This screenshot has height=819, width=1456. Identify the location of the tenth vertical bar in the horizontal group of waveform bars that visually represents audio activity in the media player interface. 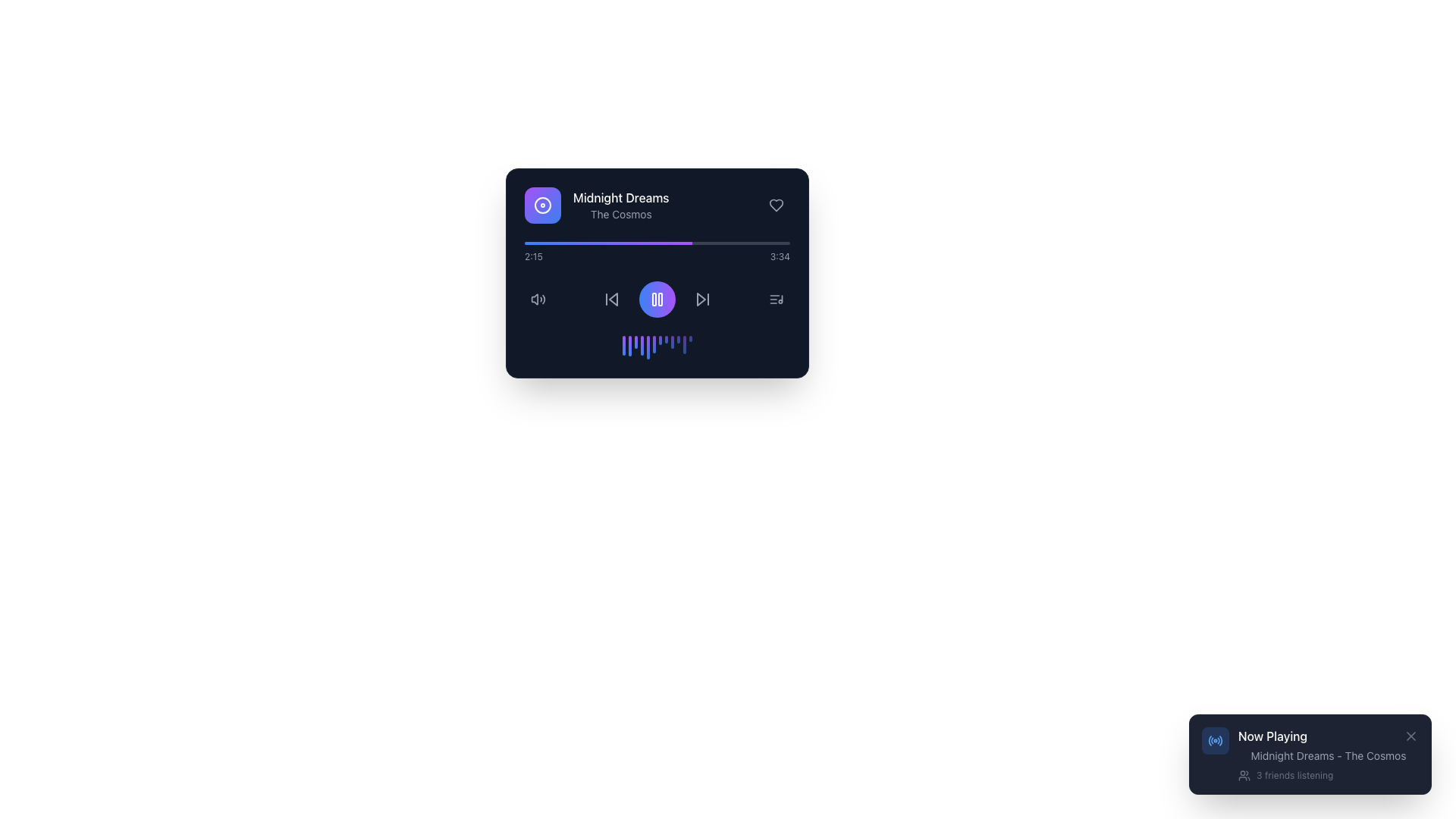
(677, 338).